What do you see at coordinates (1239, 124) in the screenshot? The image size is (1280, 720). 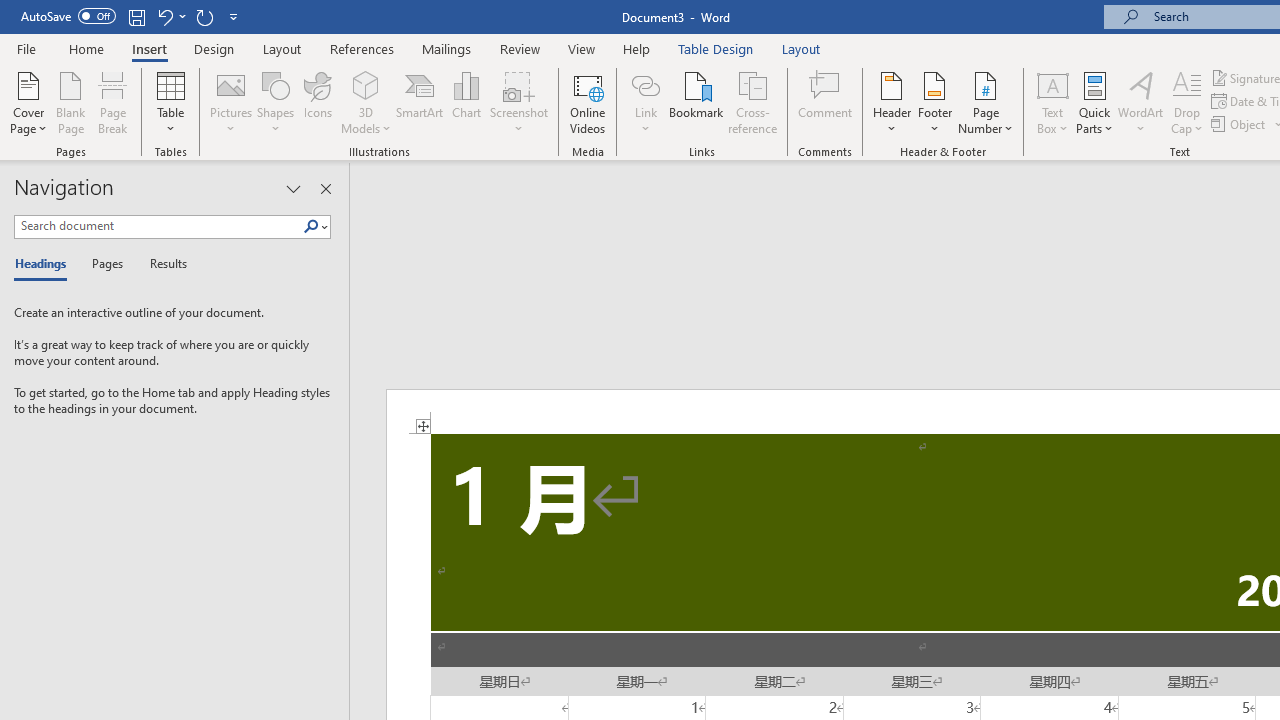 I see `'Object...'` at bounding box center [1239, 124].